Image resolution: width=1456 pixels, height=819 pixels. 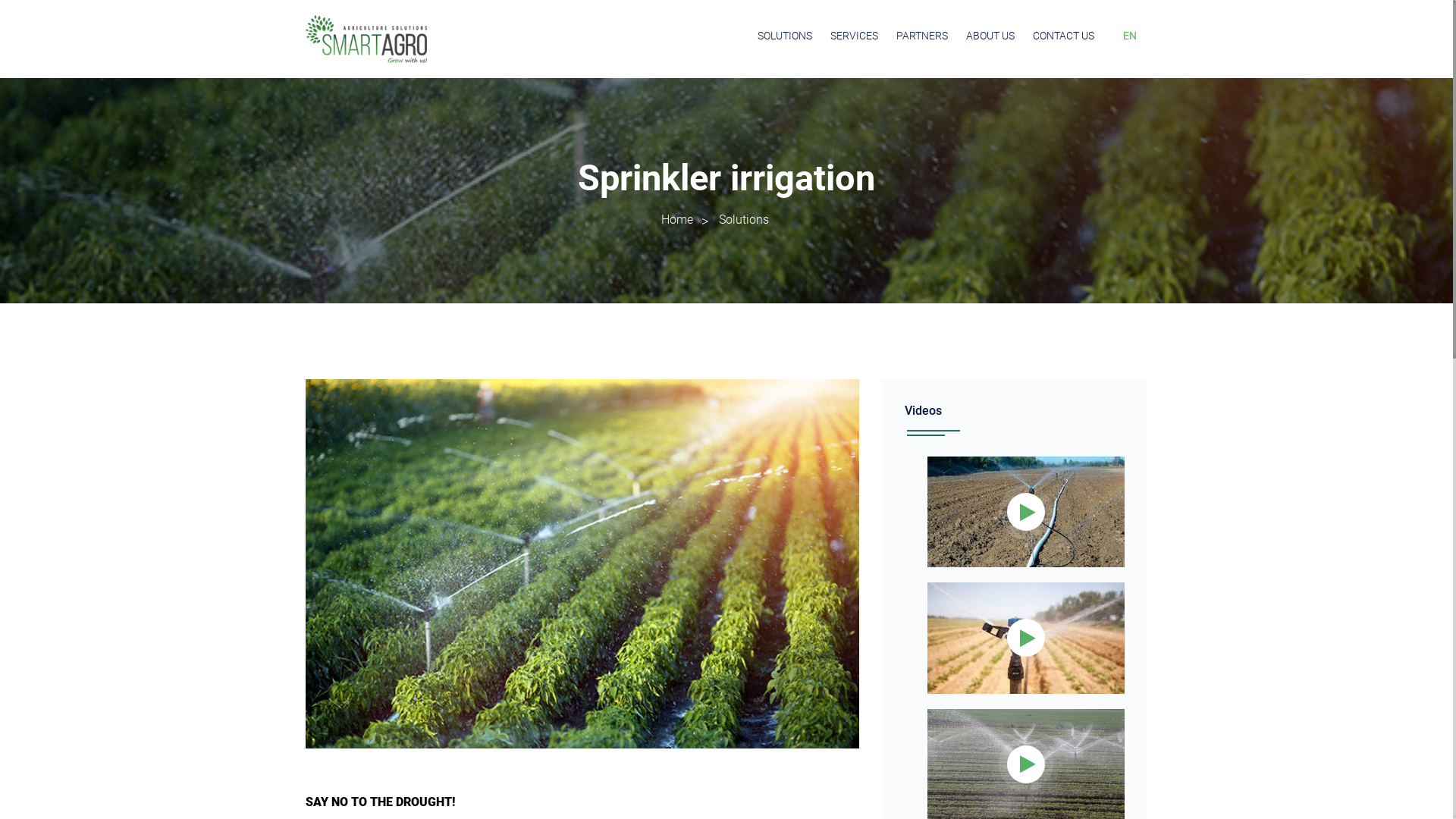 What do you see at coordinates (676, 219) in the screenshot?
I see `'Home'` at bounding box center [676, 219].